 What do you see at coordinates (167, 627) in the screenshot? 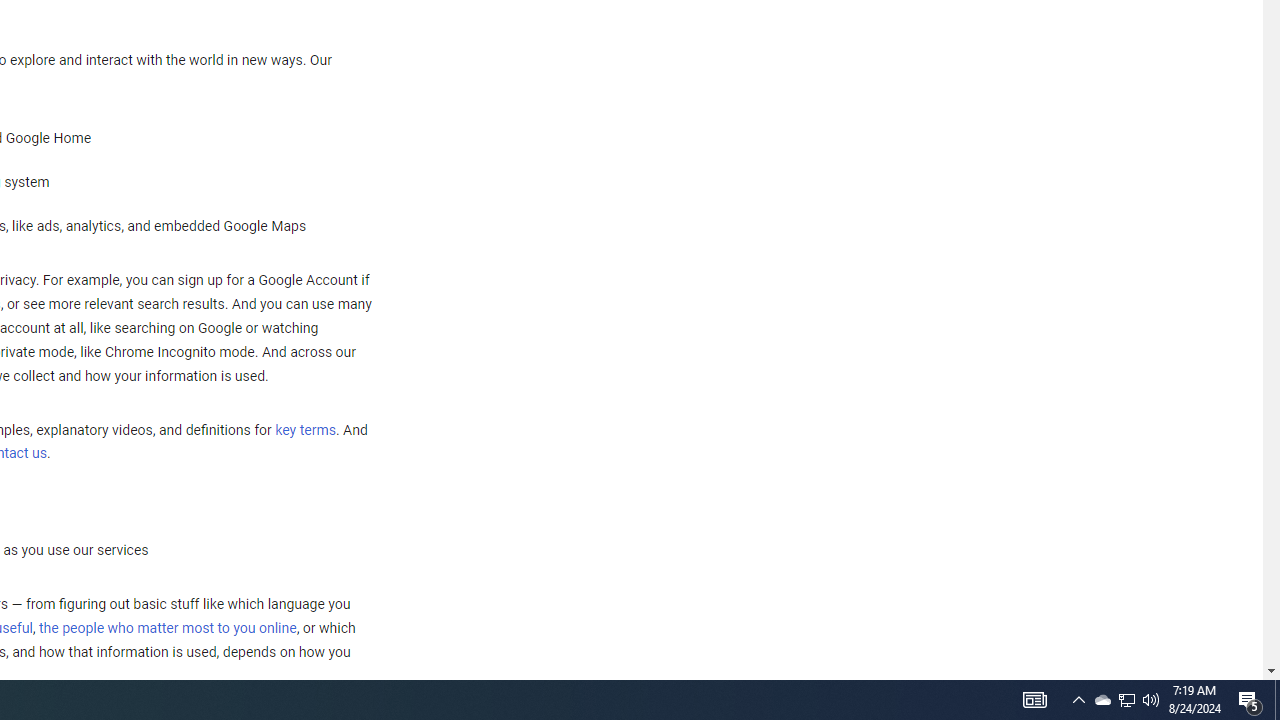
I see `'the people who matter most to you online'` at bounding box center [167, 627].